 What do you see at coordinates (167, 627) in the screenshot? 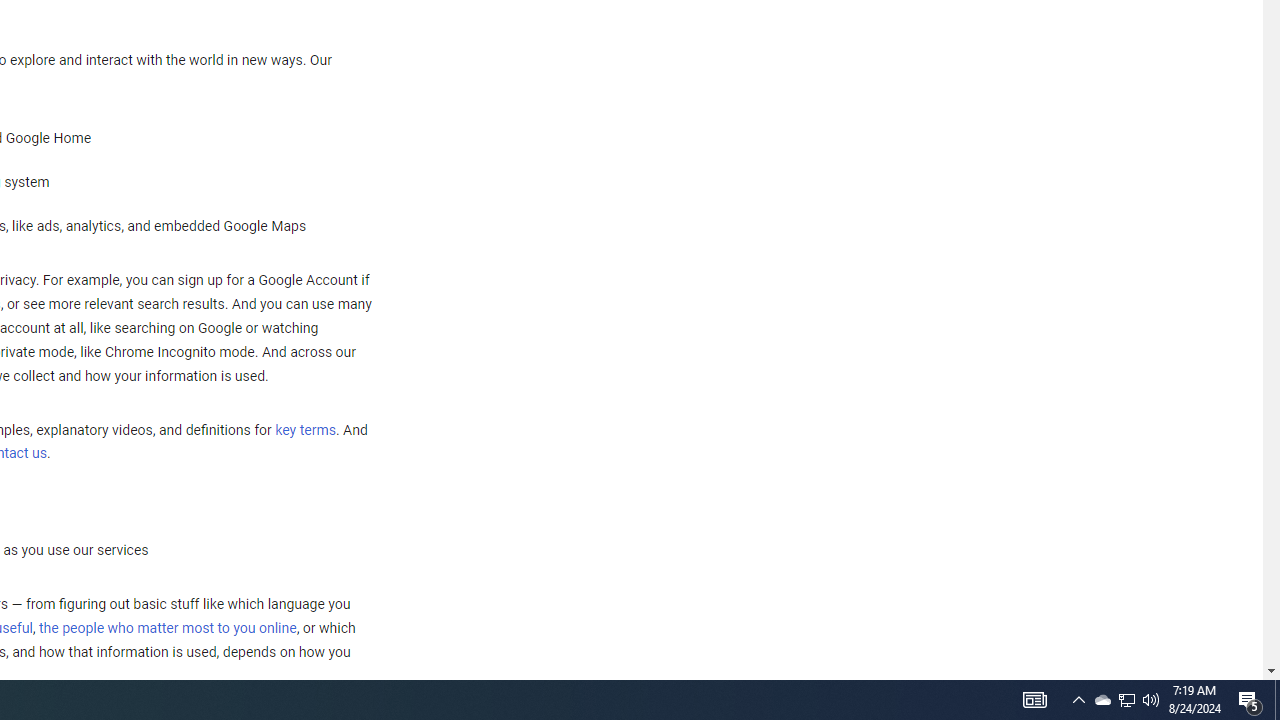
I see `'the people who matter most to you online'` at bounding box center [167, 627].